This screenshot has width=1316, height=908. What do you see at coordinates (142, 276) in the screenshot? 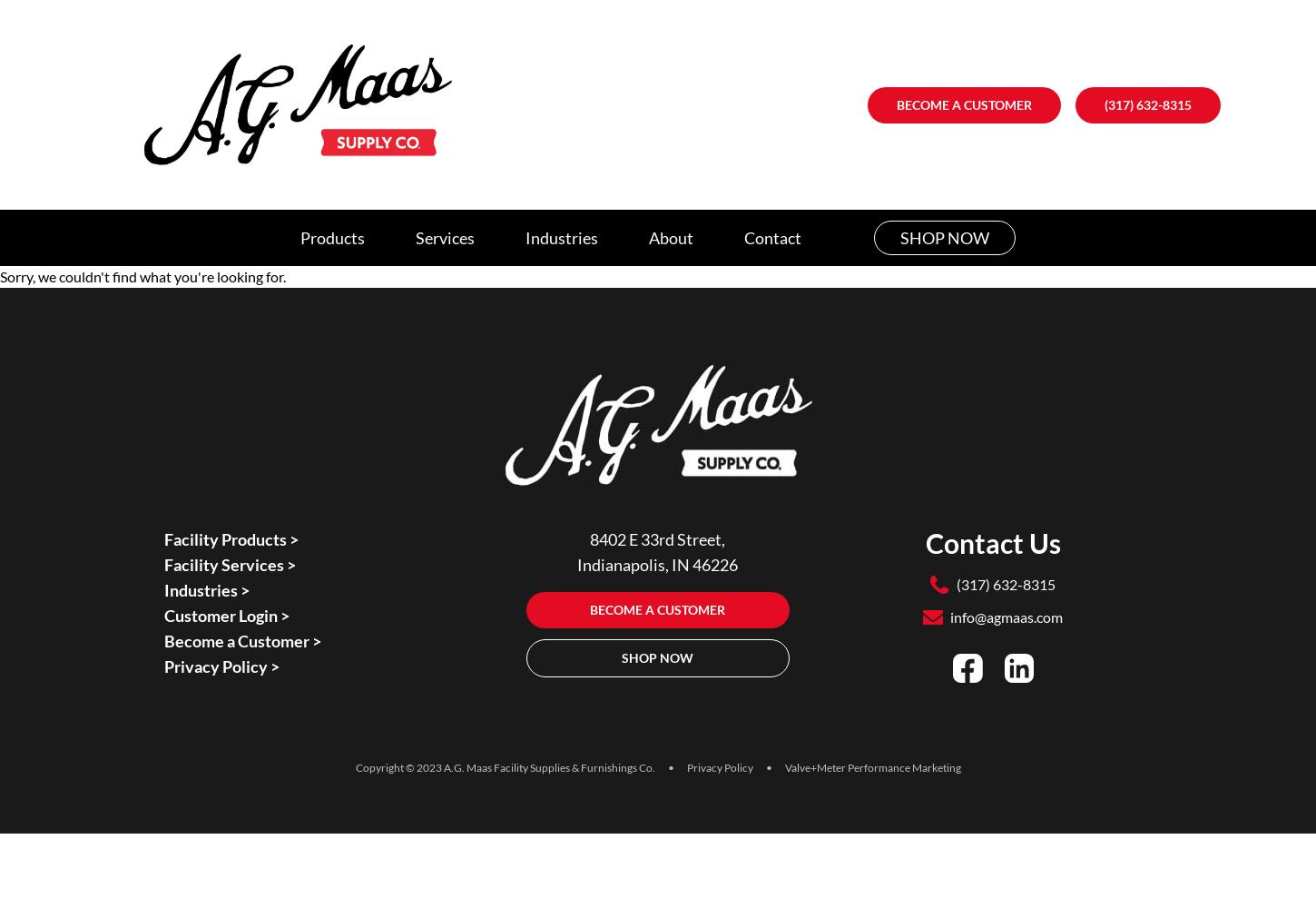
I see `'Sorry, we couldn't find what you're looking for.'` at bounding box center [142, 276].